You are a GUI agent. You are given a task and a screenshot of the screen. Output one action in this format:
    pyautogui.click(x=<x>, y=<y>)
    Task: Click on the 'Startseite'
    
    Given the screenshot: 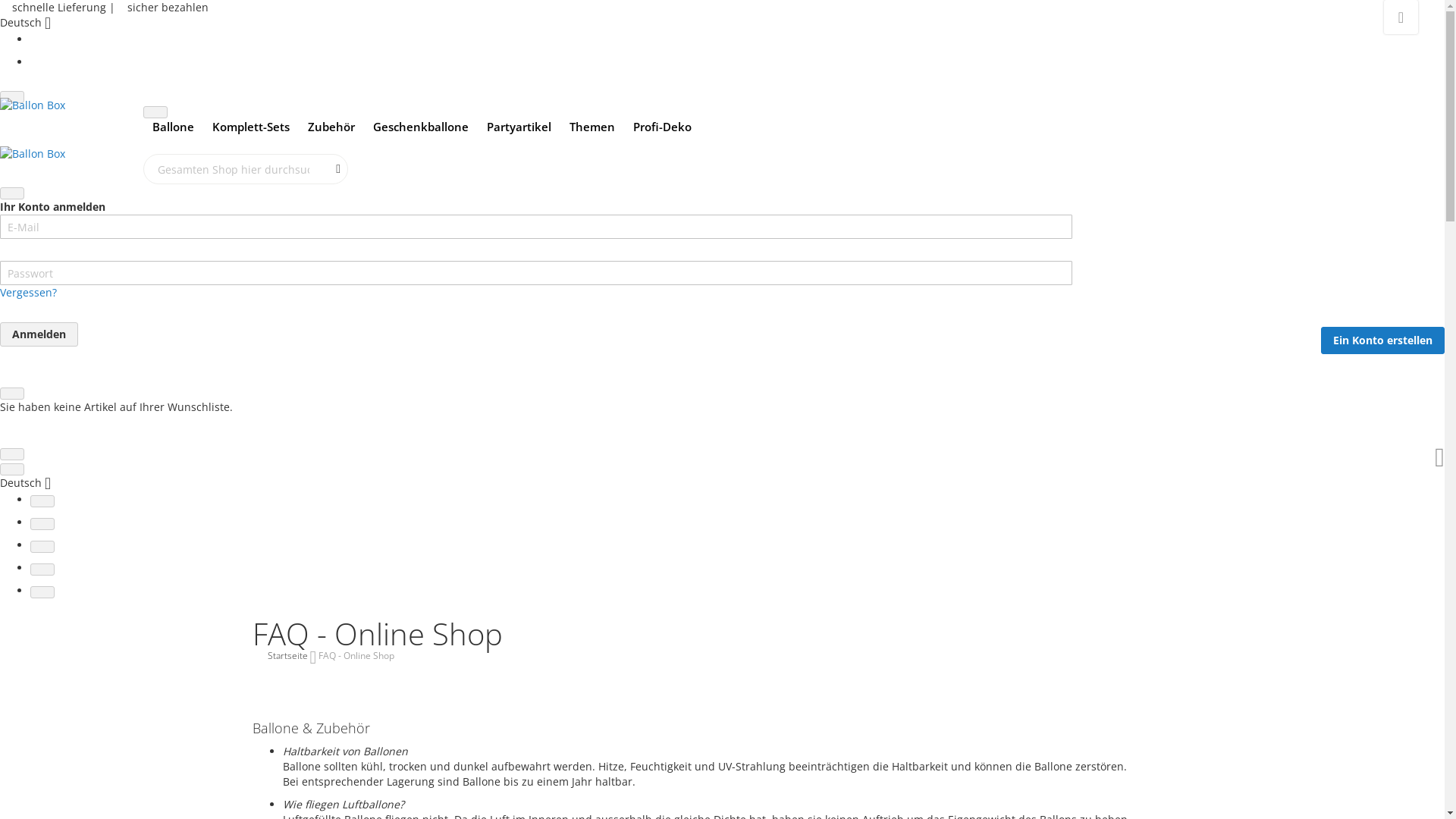 What is the action you would take?
    pyautogui.click(x=266, y=654)
    